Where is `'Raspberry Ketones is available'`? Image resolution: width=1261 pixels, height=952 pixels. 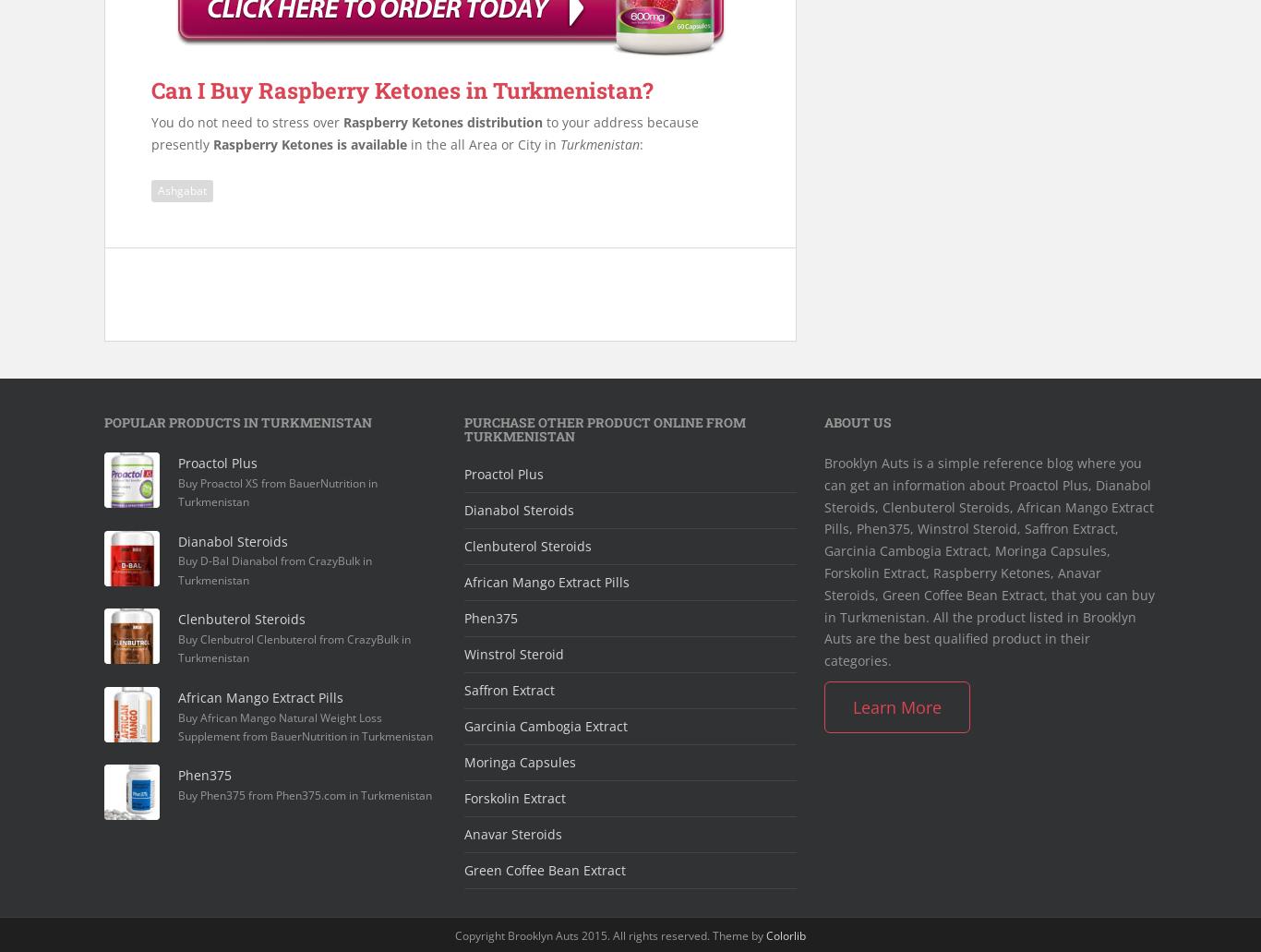
'Raspberry Ketones is available' is located at coordinates (310, 142).